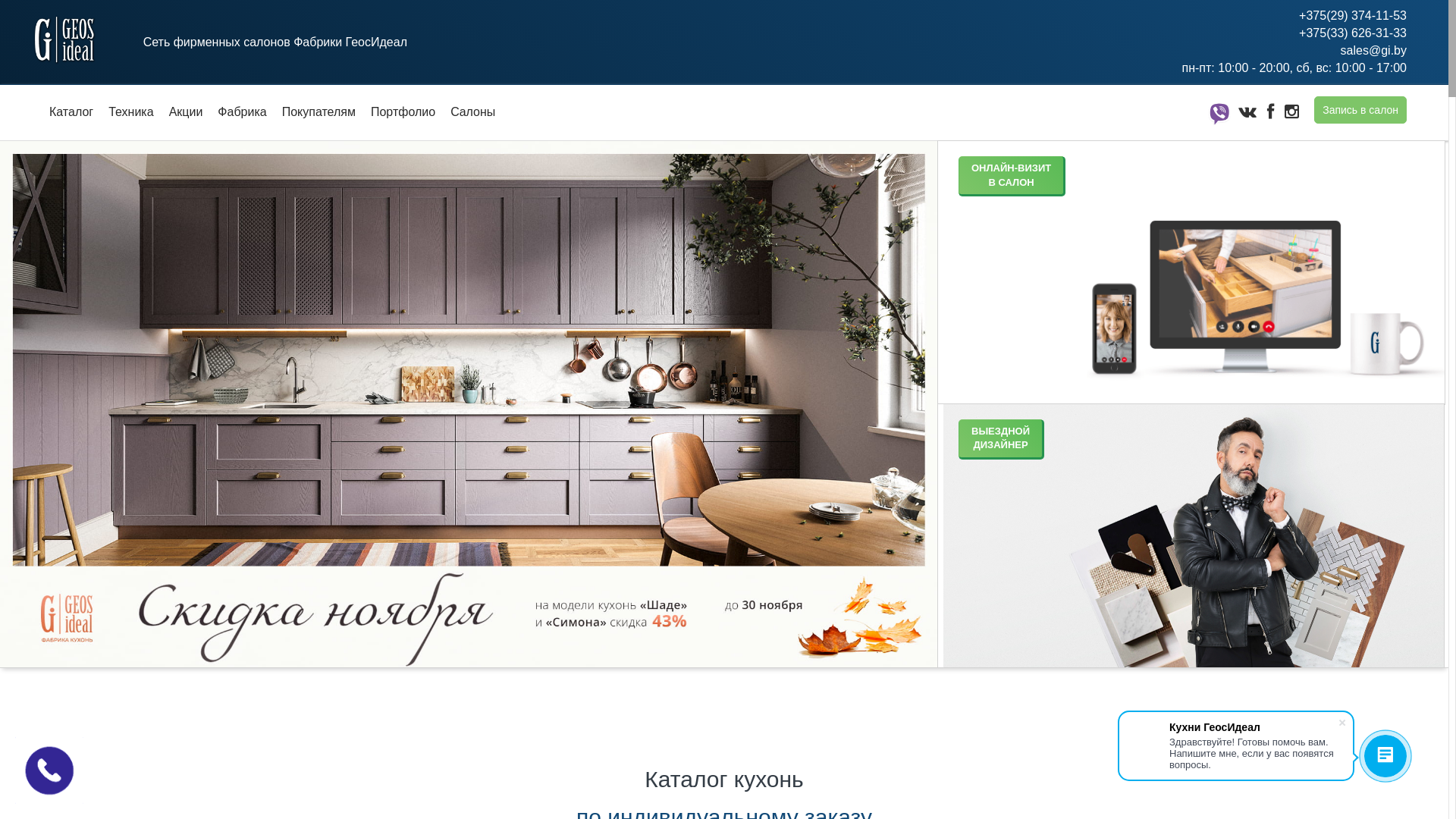  Describe the element at coordinates (1294, 33) in the screenshot. I see `'+375(33) 626-31-33'` at that location.